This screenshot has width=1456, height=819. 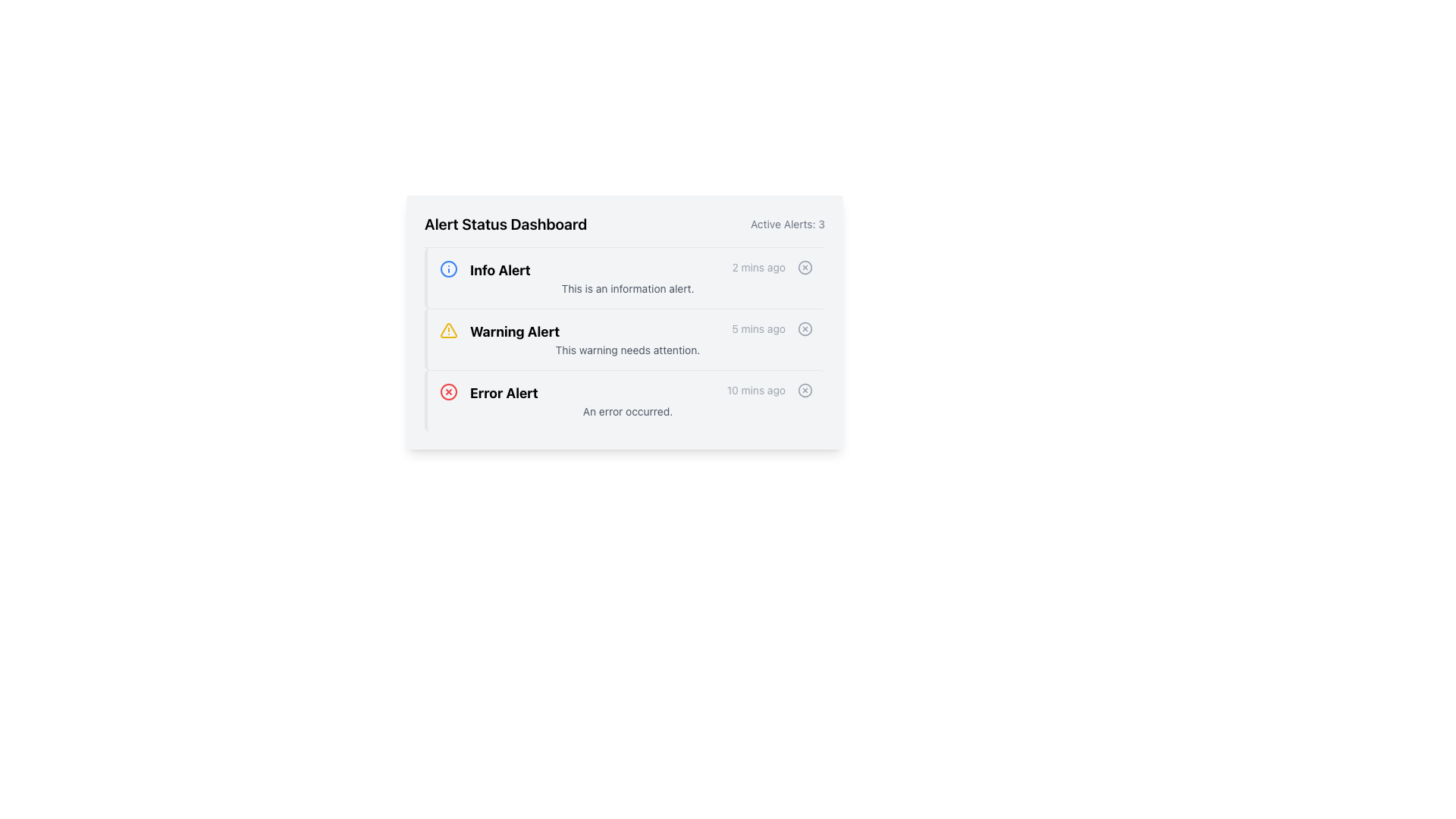 What do you see at coordinates (625, 278) in the screenshot?
I see `the Notification Panel displaying the 'Info Alert' title with a blue theme, located centrally in the upper portion of the interface` at bounding box center [625, 278].